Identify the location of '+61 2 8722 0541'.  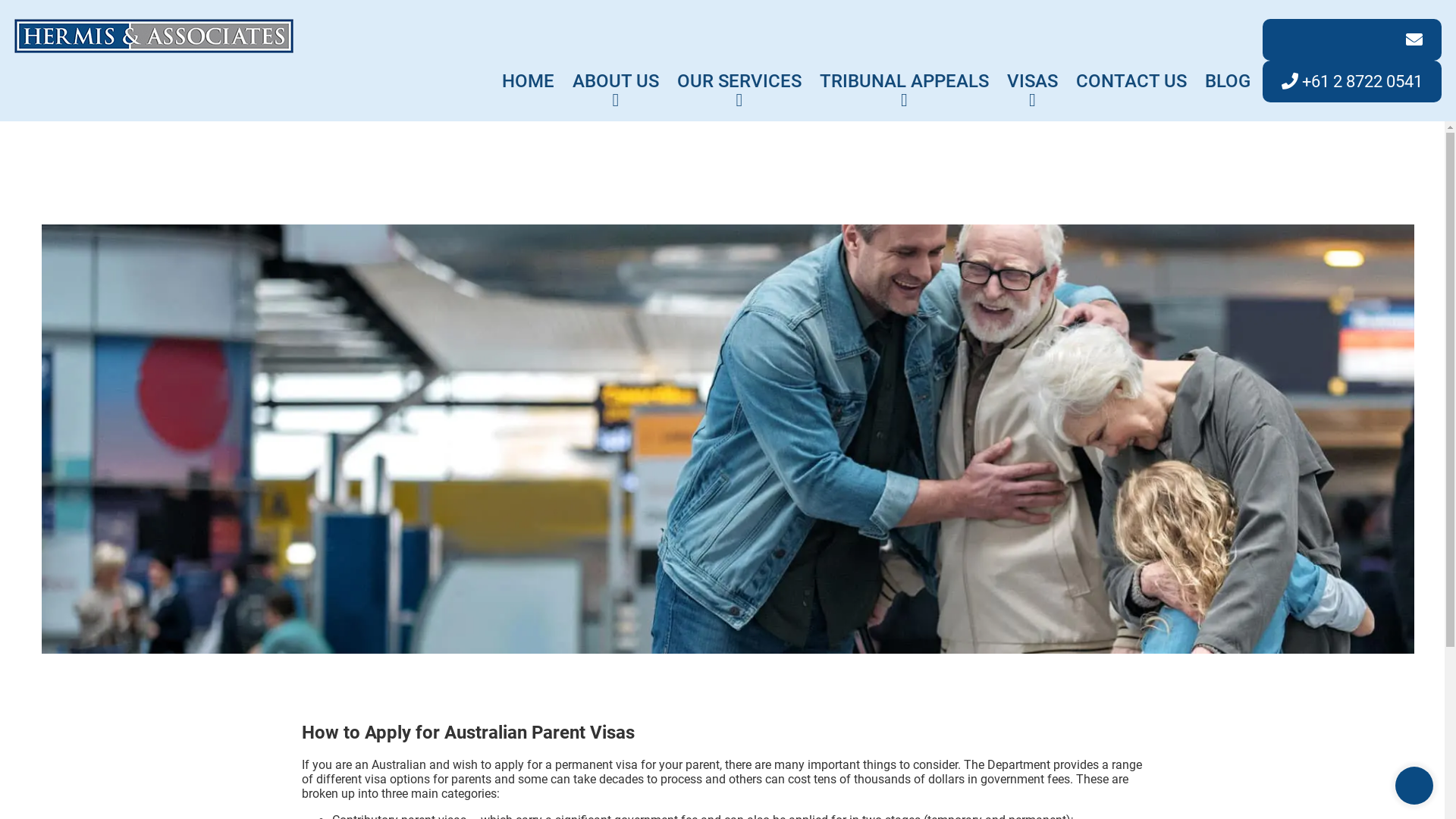
(1351, 81).